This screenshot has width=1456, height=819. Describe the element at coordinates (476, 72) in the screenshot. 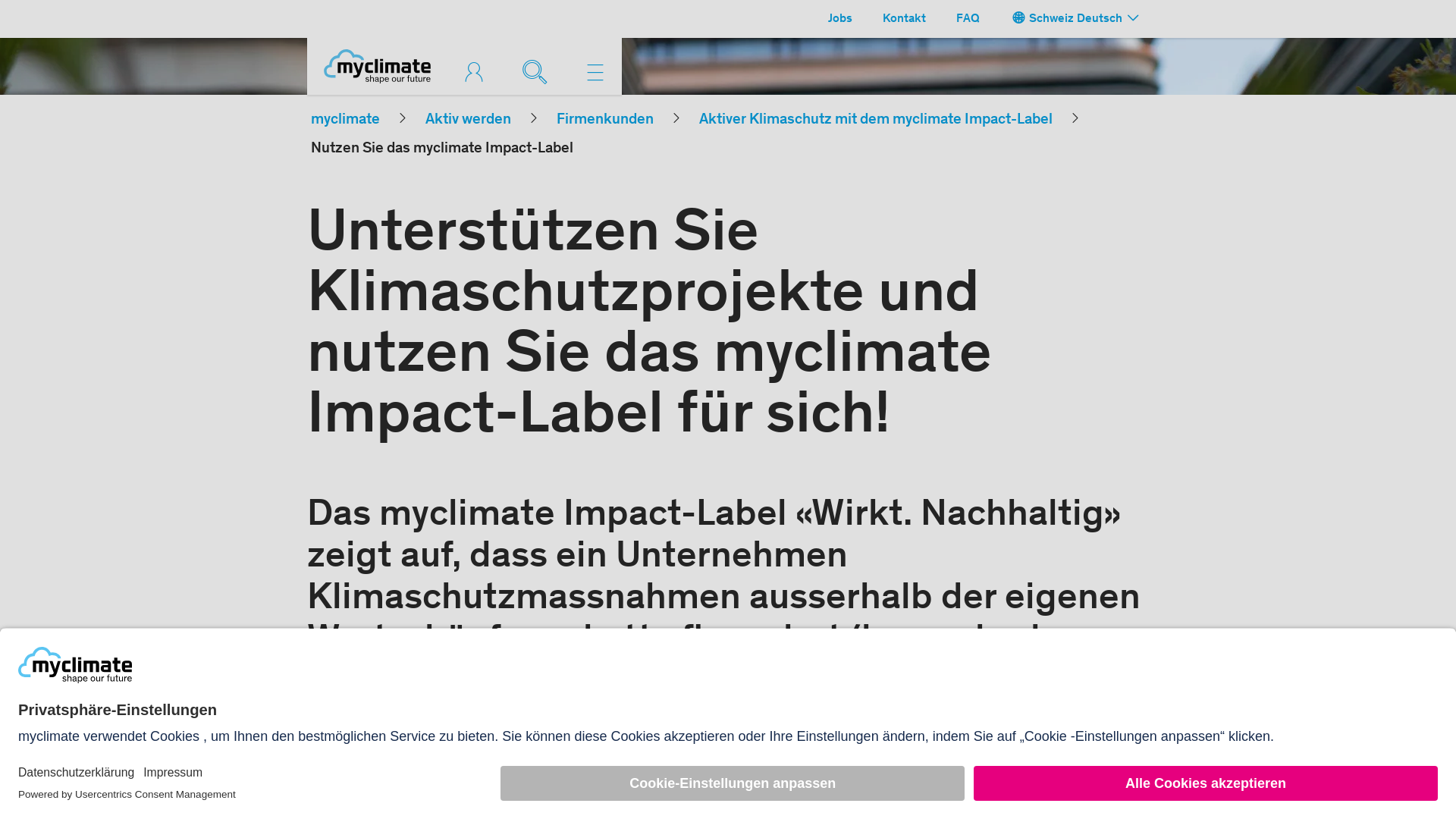

I see `'Kompensieren'` at that location.